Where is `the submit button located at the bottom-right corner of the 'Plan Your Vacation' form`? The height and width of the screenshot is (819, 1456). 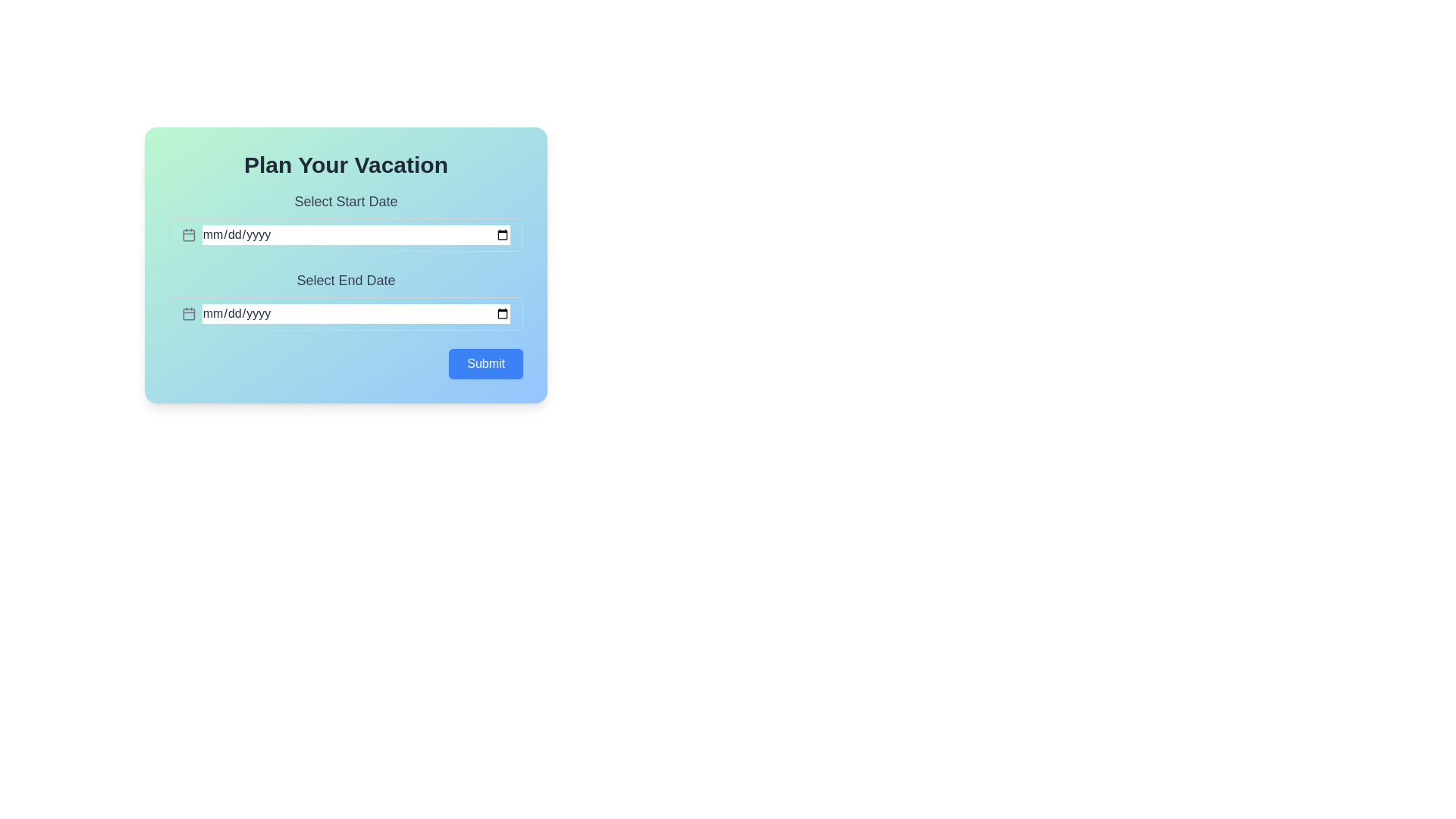
the submit button located at the bottom-right corner of the 'Plan Your Vacation' form is located at coordinates (486, 363).